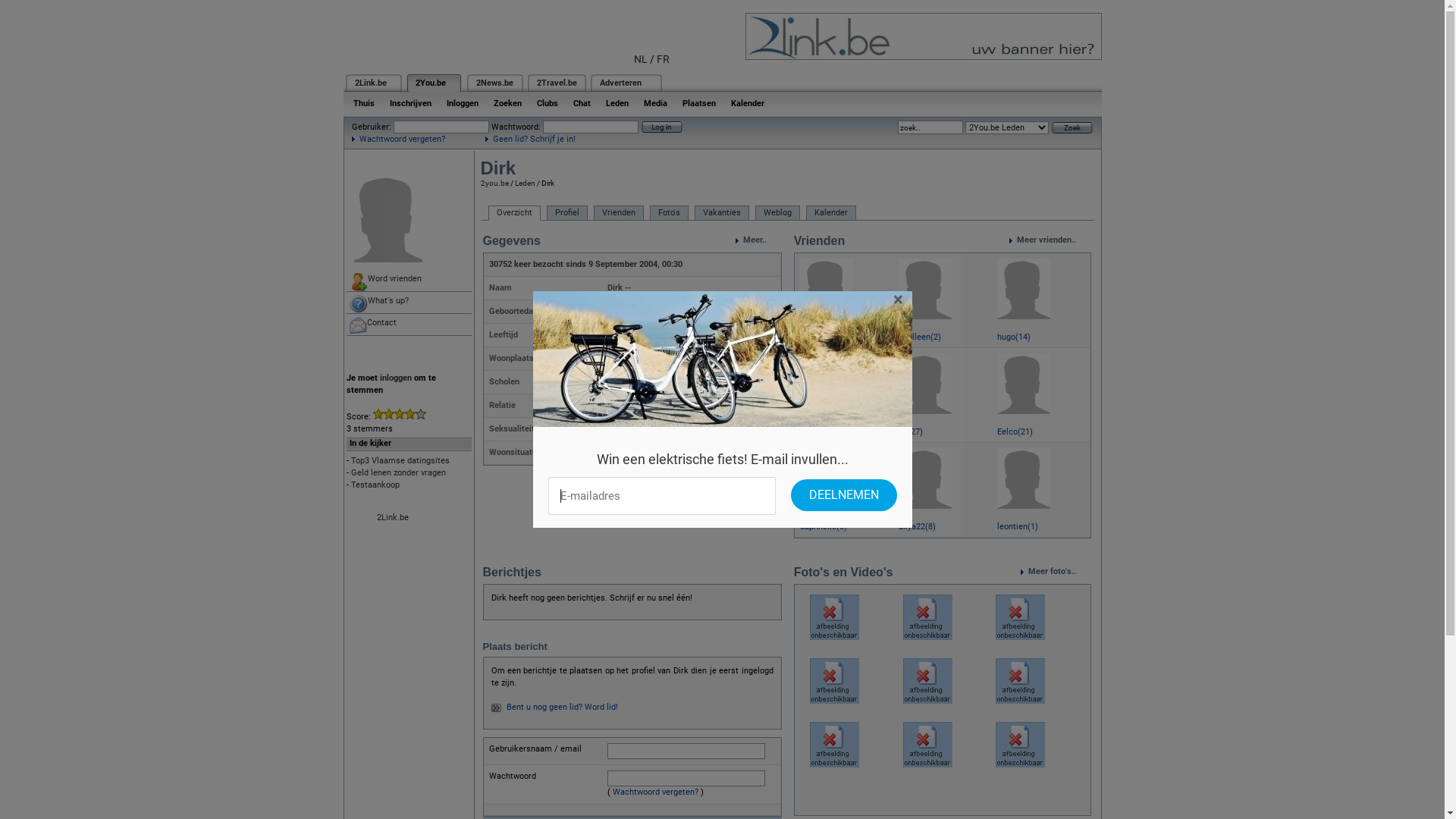 The height and width of the screenshot is (819, 1456). What do you see at coordinates (662, 126) in the screenshot?
I see `'Log in'` at bounding box center [662, 126].